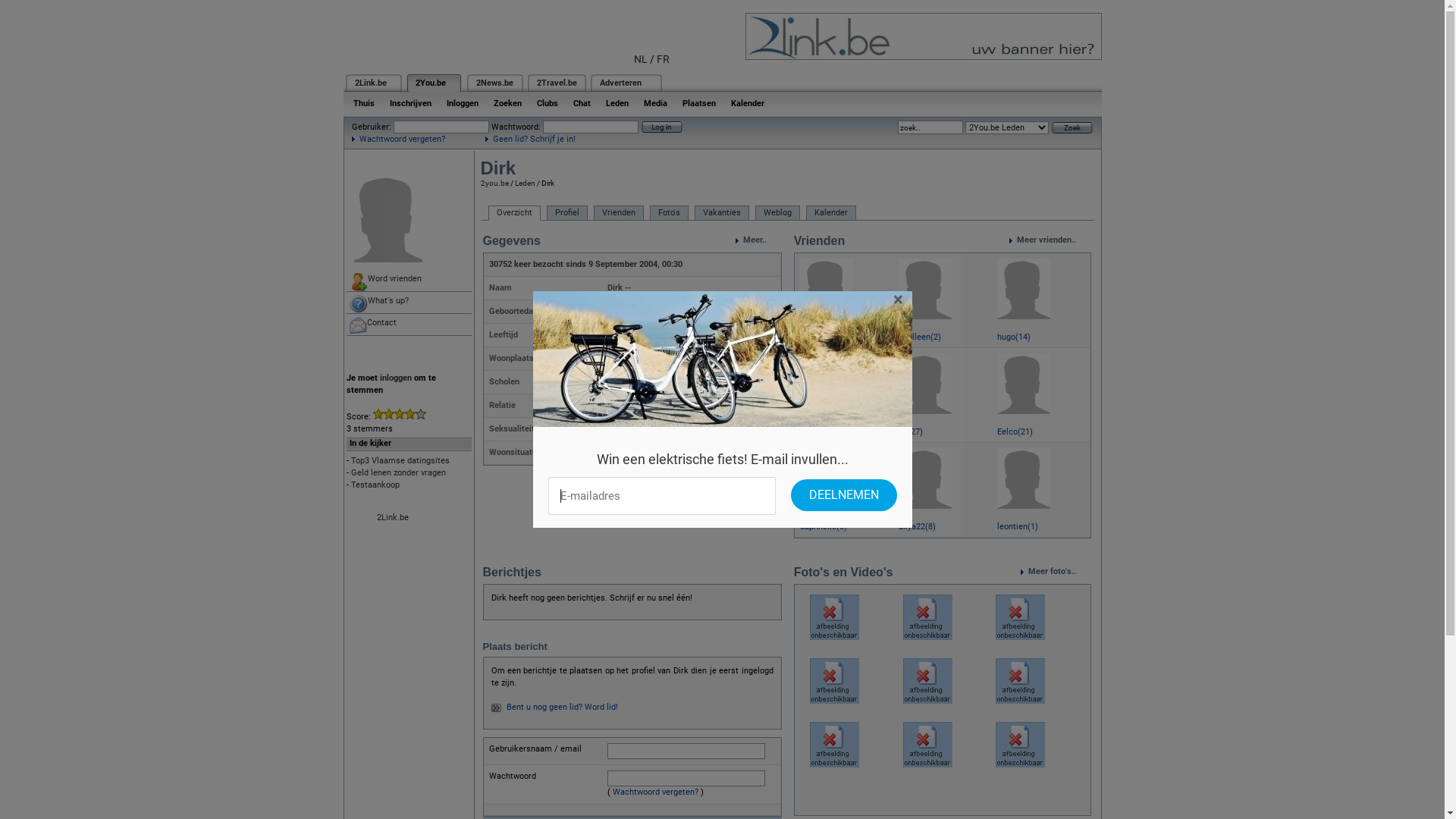 The height and width of the screenshot is (819, 1456). What do you see at coordinates (662, 126) in the screenshot?
I see `'Log in'` at bounding box center [662, 126].